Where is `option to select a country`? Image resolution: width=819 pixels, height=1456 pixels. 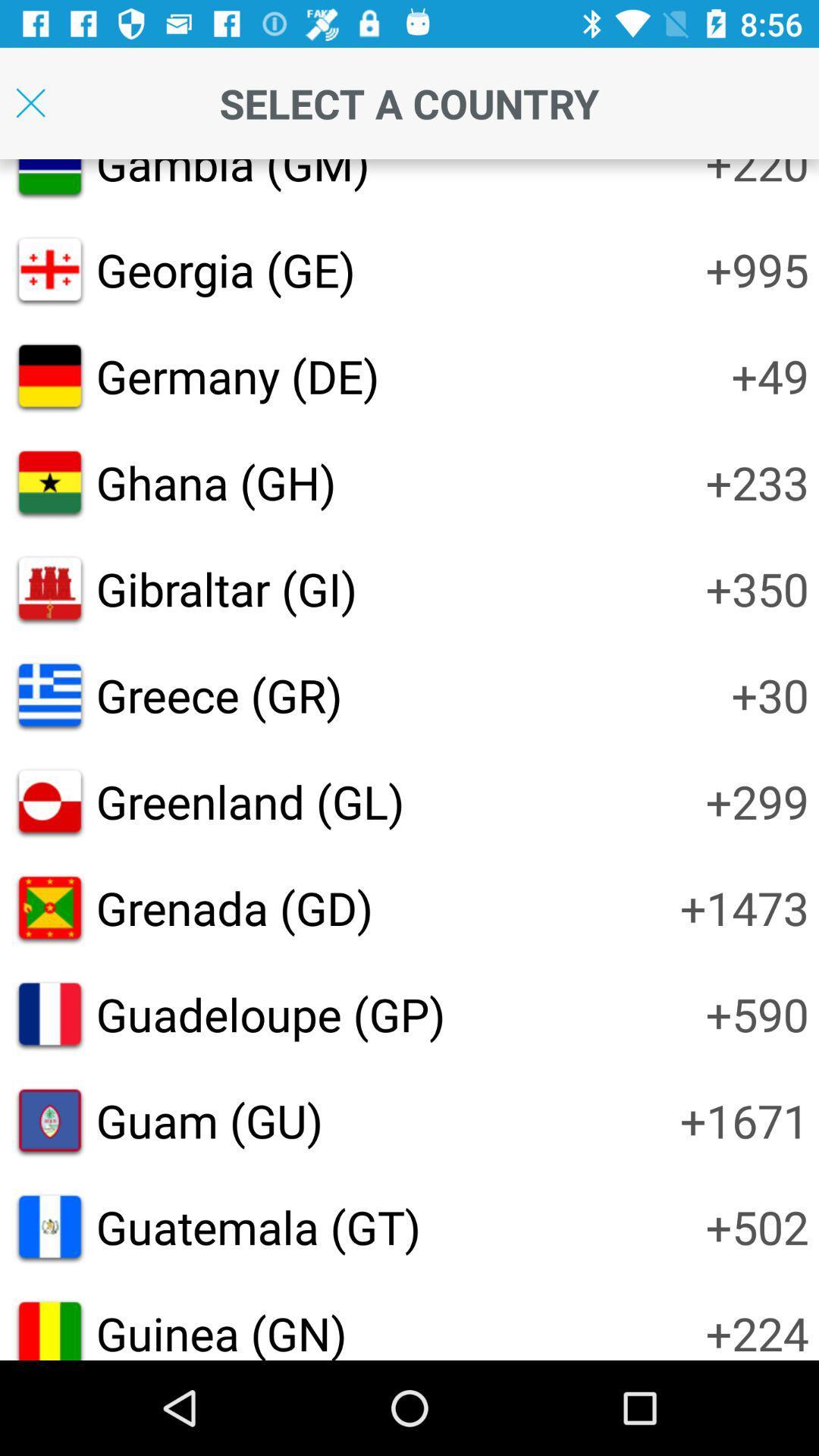 option to select a country is located at coordinates (30, 102).